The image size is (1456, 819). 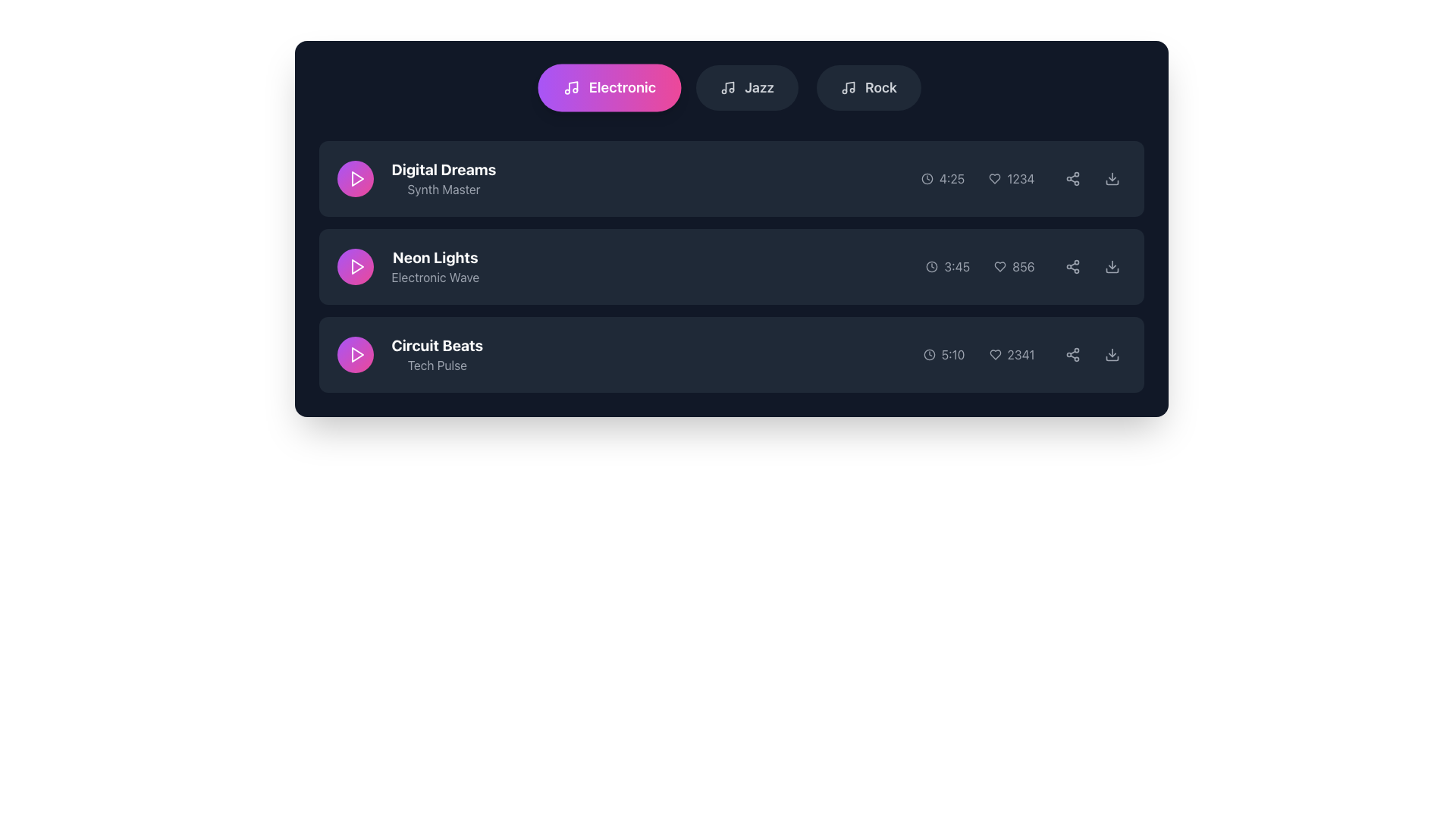 I want to click on numeric display showing '1234' which is styled with a gray font and located adjacent to a heart icon in the topmost row under the 'Electronic' tab, so click(x=1012, y=177).